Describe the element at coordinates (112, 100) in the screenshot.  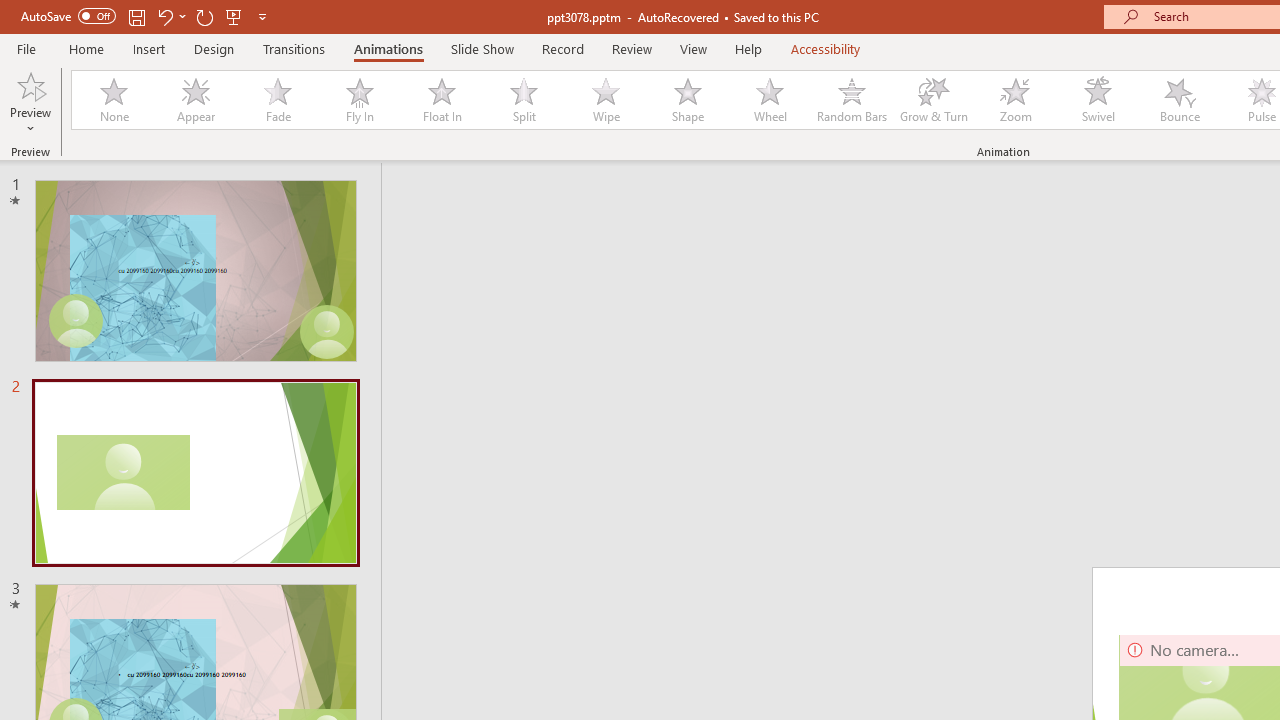
I see `'None'` at that location.